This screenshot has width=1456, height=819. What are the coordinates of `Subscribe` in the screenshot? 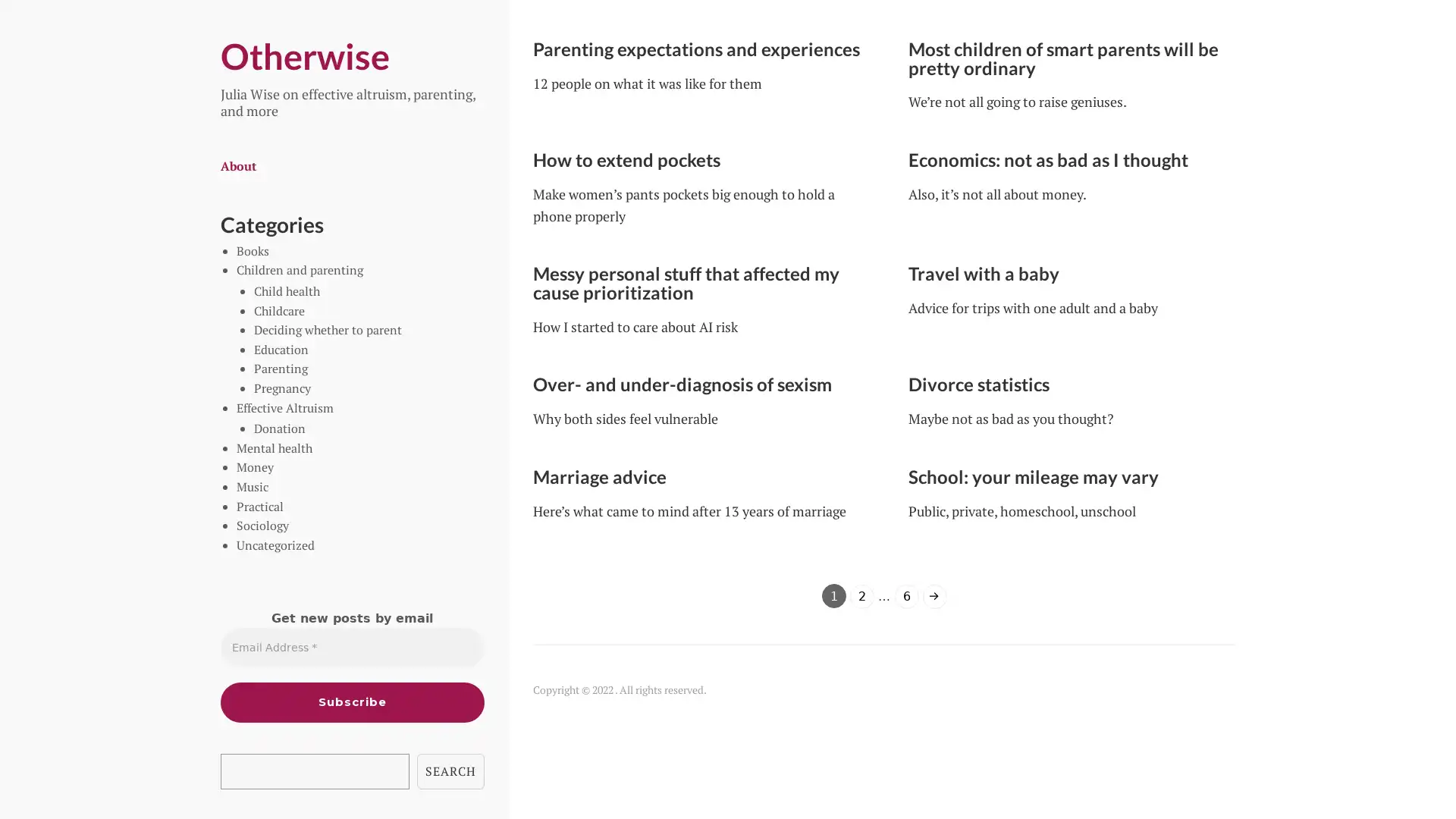 It's located at (351, 701).